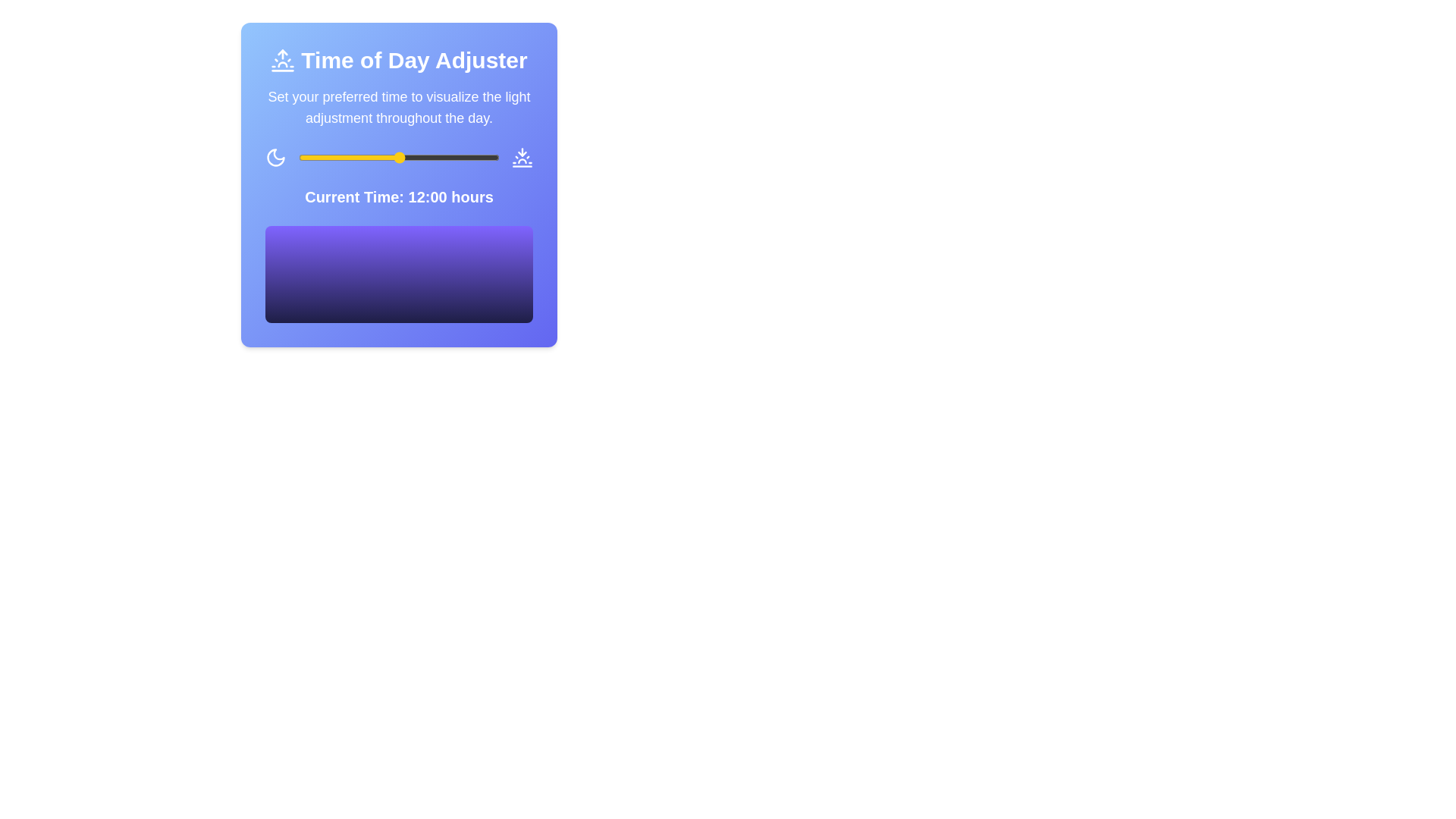 This screenshot has height=819, width=1456. What do you see at coordinates (416, 158) in the screenshot?
I see `the time slider to 14 hours to observe the gradient visualization` at bounding box center [416, 158].